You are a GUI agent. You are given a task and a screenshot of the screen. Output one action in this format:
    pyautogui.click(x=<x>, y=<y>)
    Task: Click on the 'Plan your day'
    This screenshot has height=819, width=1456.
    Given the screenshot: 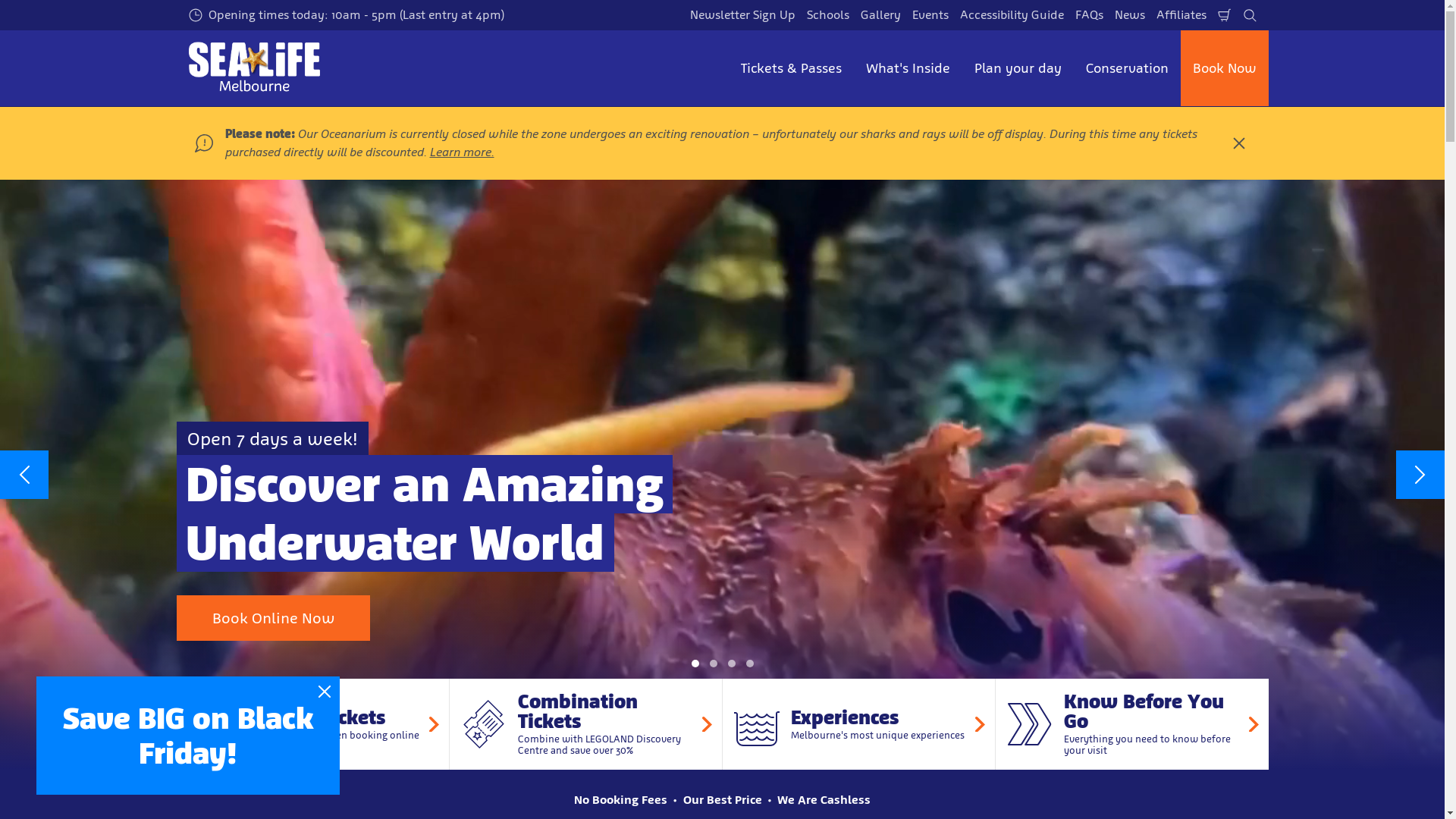 What is the action you would take?
    pyautogui.click(x=960, y=67)
    